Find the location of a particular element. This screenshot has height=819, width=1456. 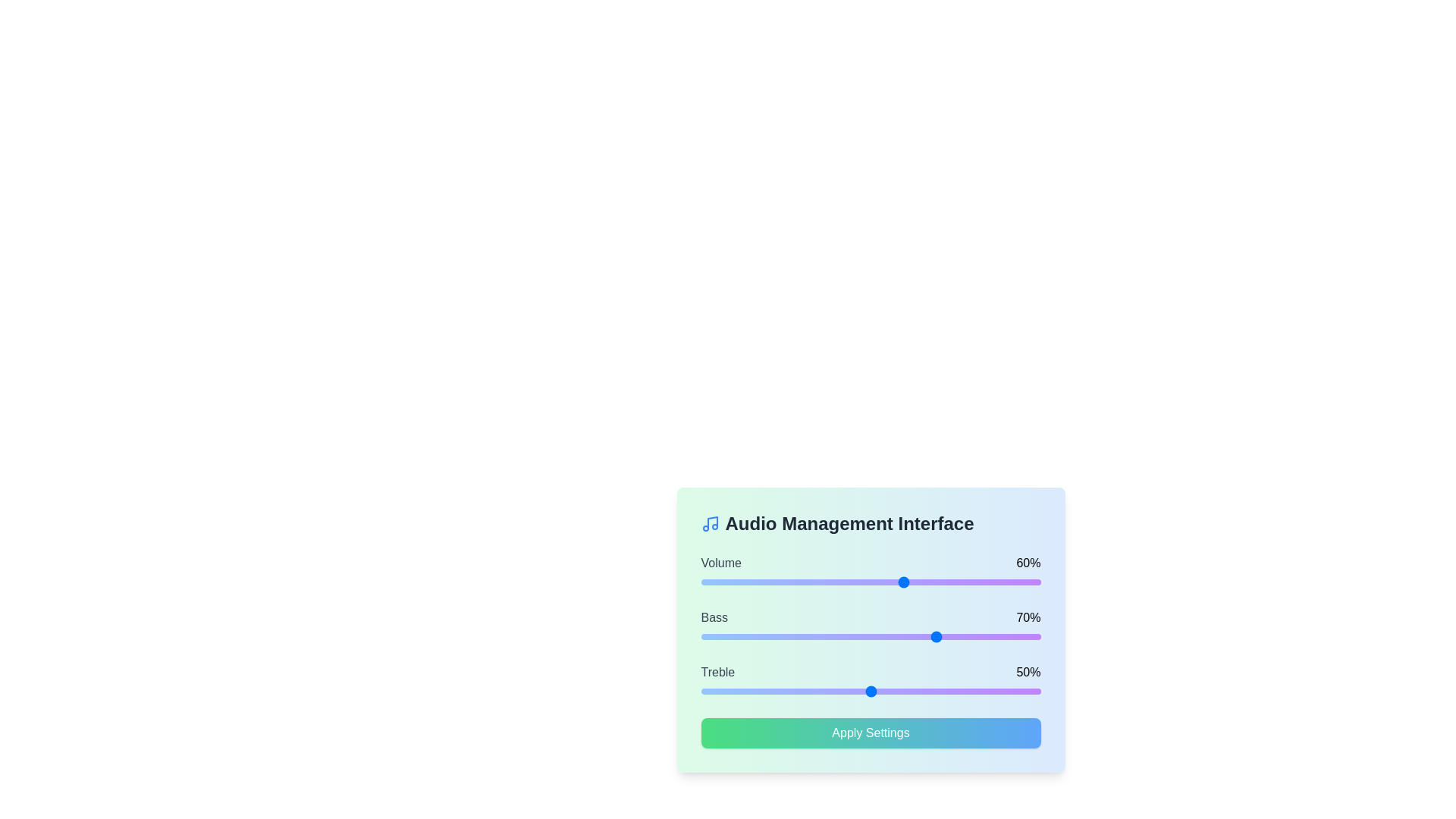

the 'Treble' label which indicates the functionality of the related control settings is located at coordinates (717, 672).